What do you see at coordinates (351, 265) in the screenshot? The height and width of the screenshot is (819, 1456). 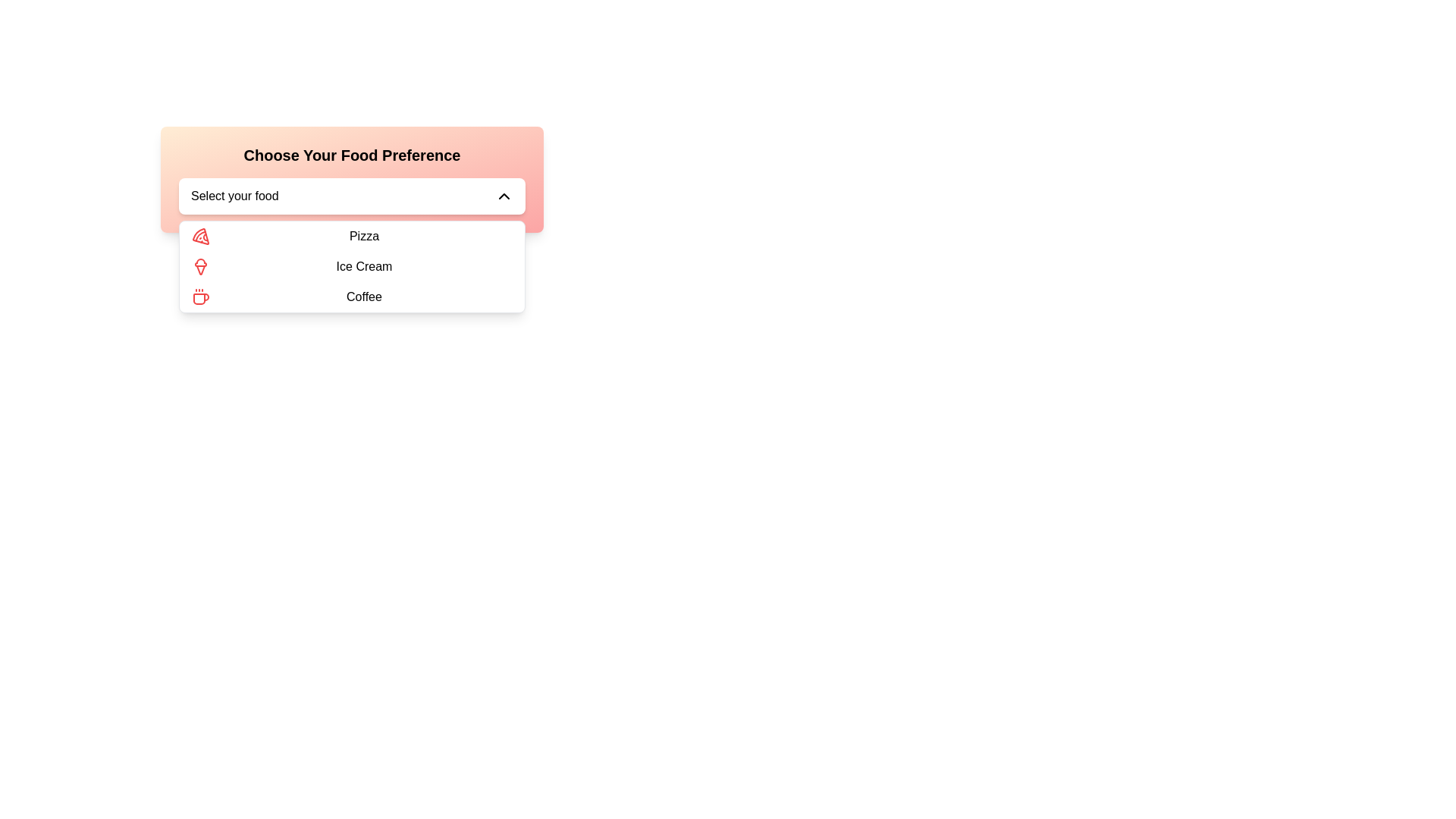 I see `the 'Ice Cream' option in the dropdown menu that appears beneath the 'Select your food' button` at bounding box center [351, 265].